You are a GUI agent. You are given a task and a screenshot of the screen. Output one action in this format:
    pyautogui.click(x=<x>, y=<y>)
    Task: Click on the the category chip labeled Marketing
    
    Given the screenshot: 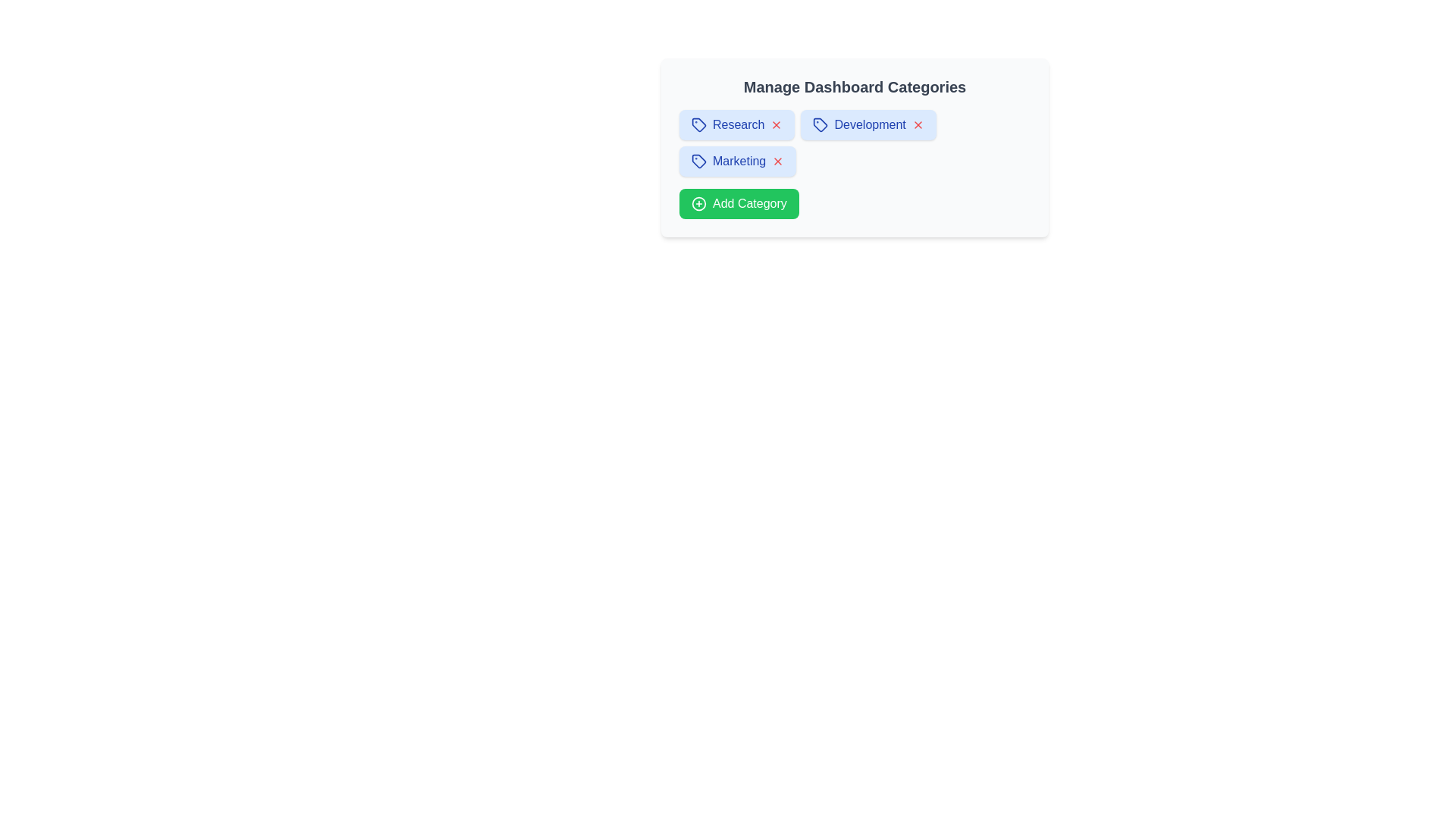 What is the action you would take?
    pyautogui.click(x=738, y=161)
    